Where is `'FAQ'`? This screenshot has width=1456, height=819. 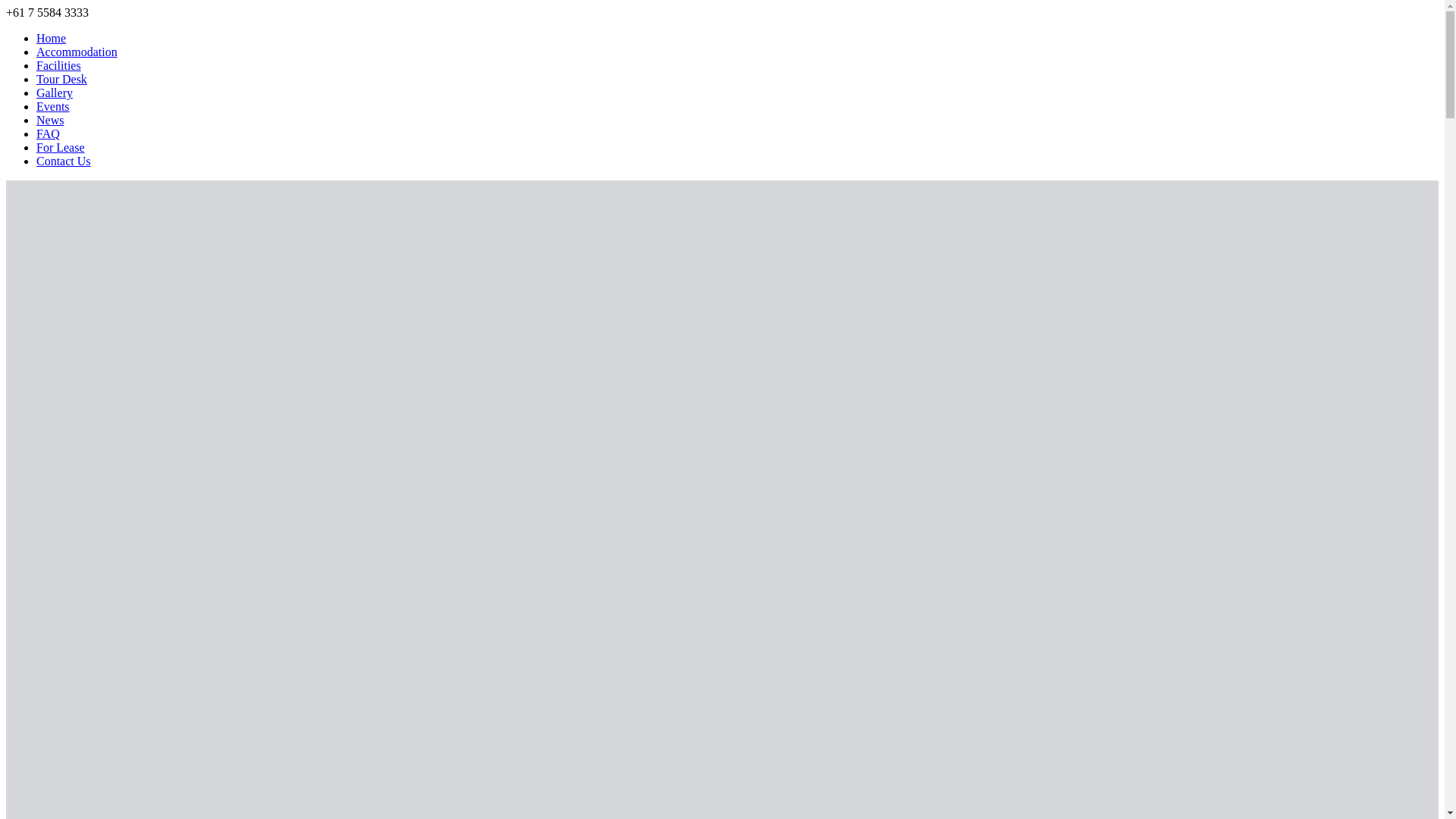
'FAQ' is located at coordinates (48, 133).